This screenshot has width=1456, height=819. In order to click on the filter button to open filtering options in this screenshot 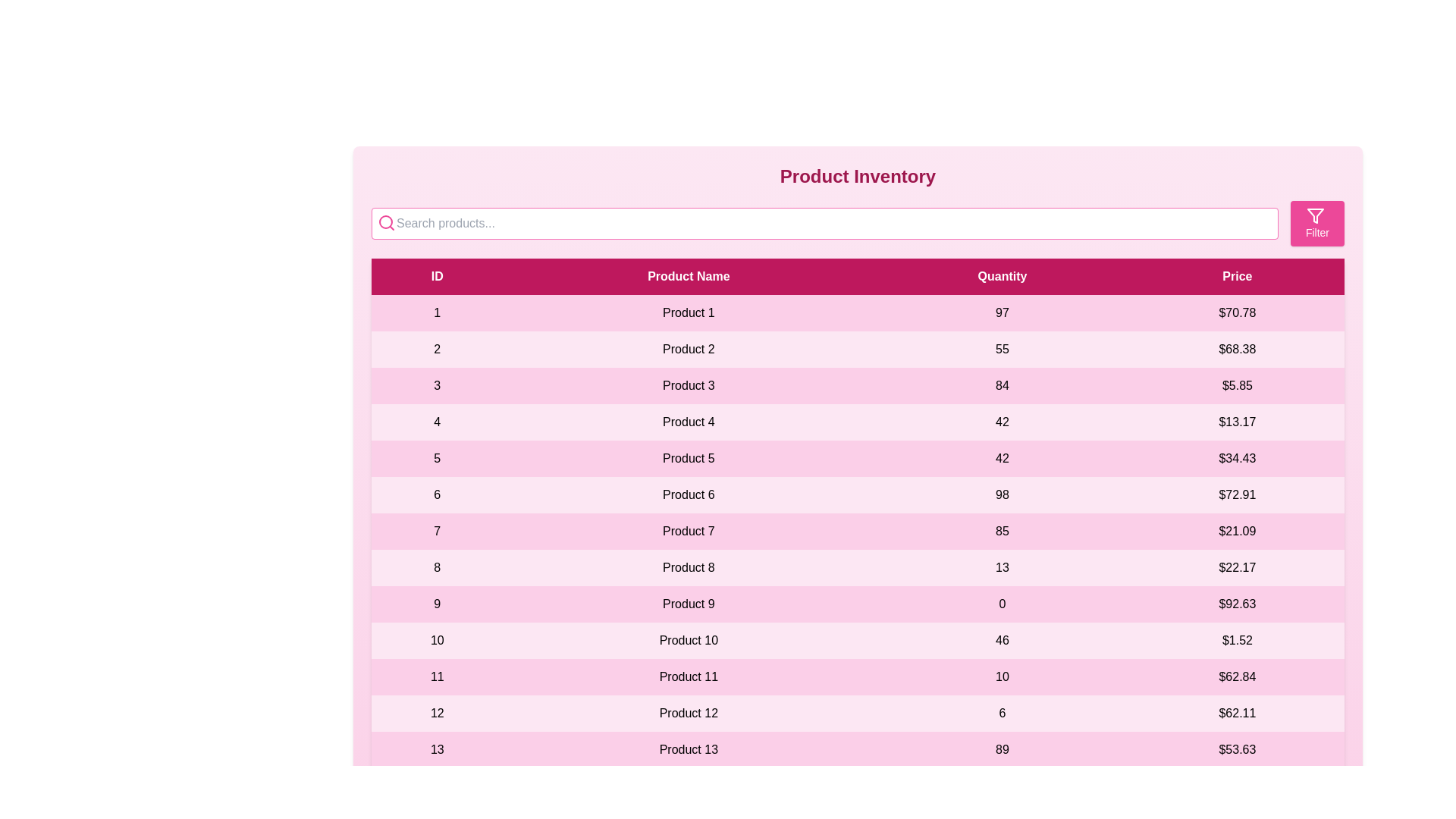, I will do `click(1316, 223)`.